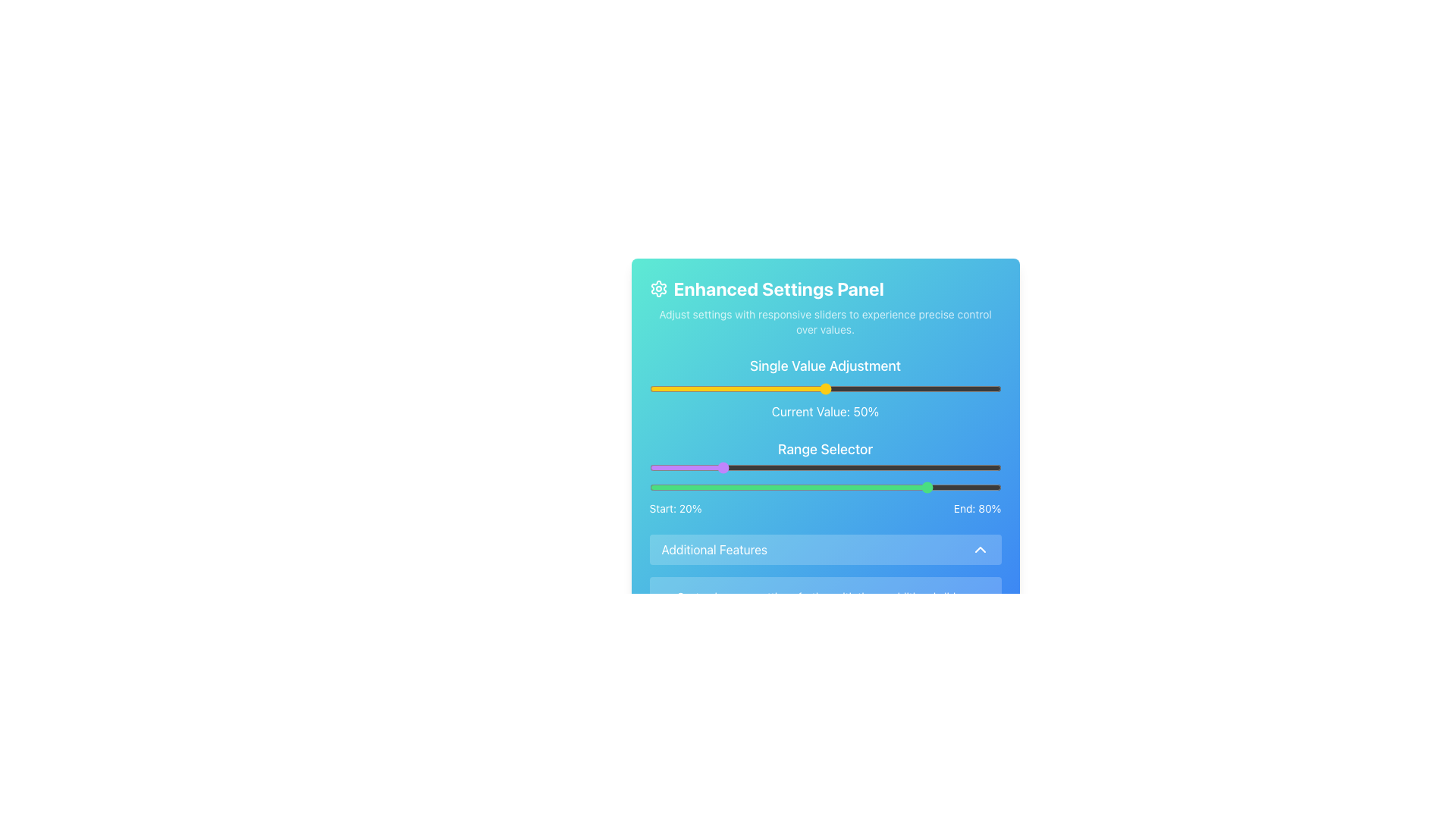 The width and height of the screenshot is (1456, 819). What do you see at coordinates (675, 509) in the screenshot?
I see `the text label displaying 'Start: 20%' in white on a blue background, located below the range slider` at bounding box center [675, 509].